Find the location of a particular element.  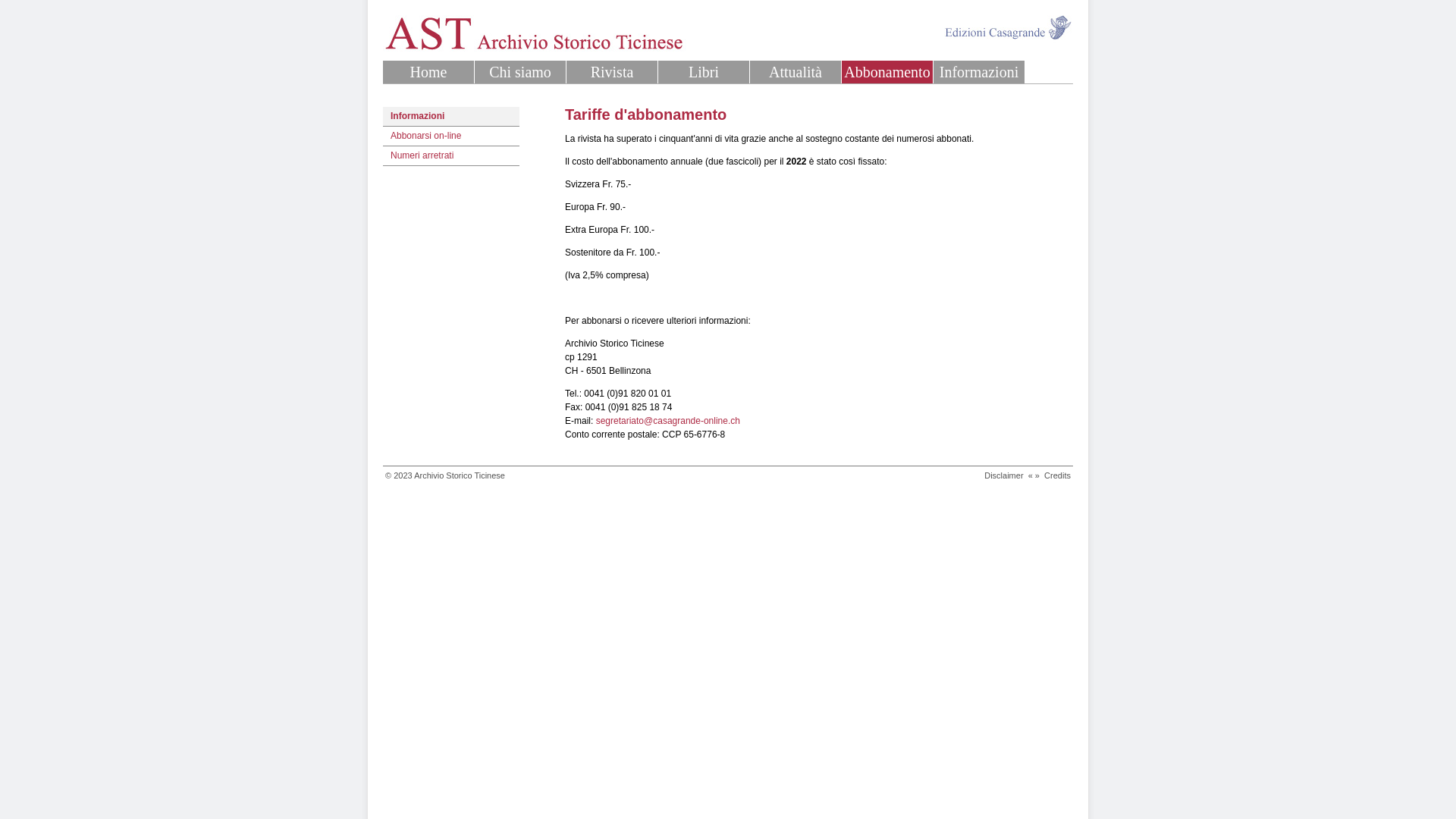

'Numeri arretrati' is located at coordinates (450, 155).